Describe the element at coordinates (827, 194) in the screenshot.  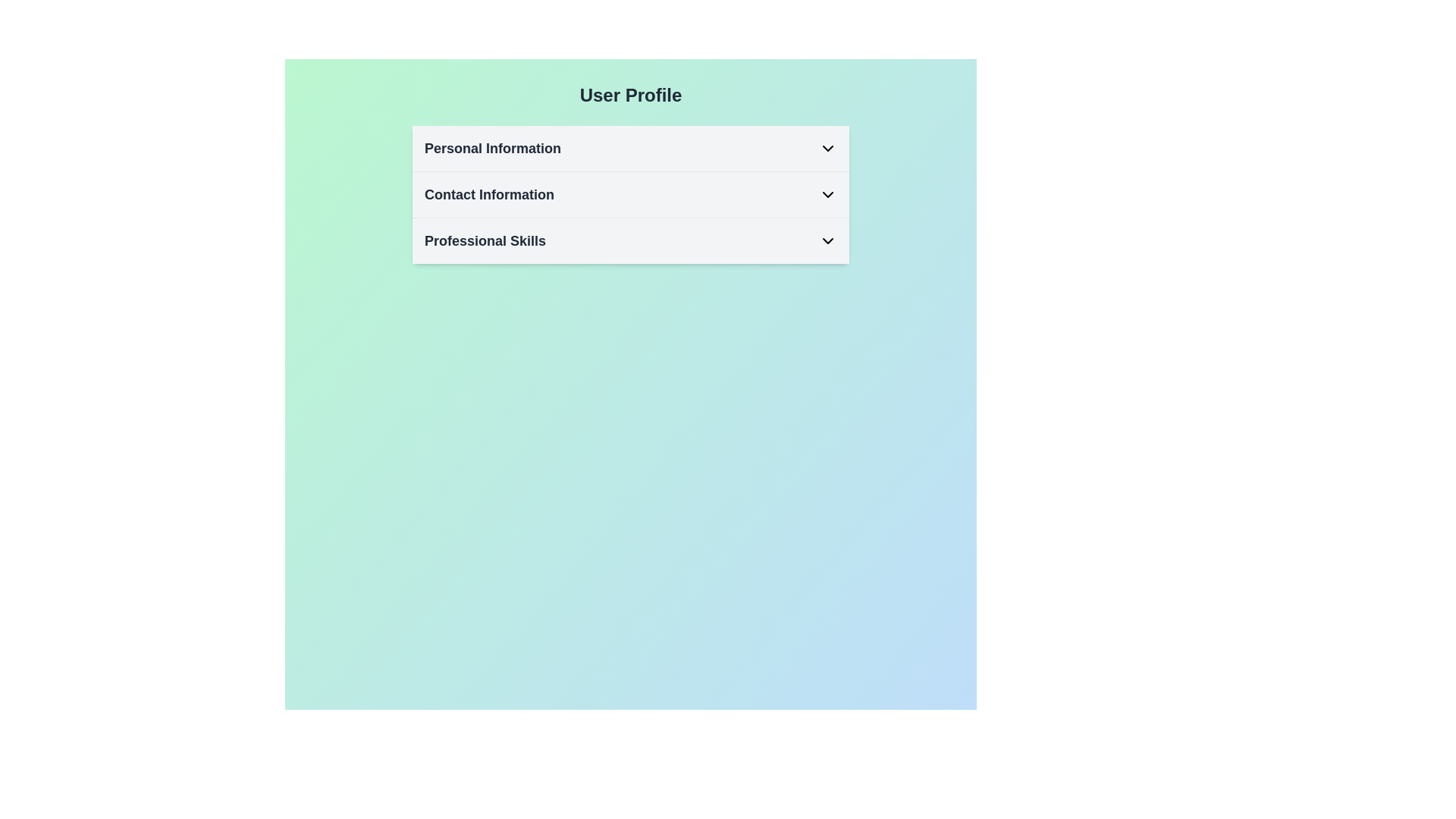
I see `the chevron-down icon` at that location.